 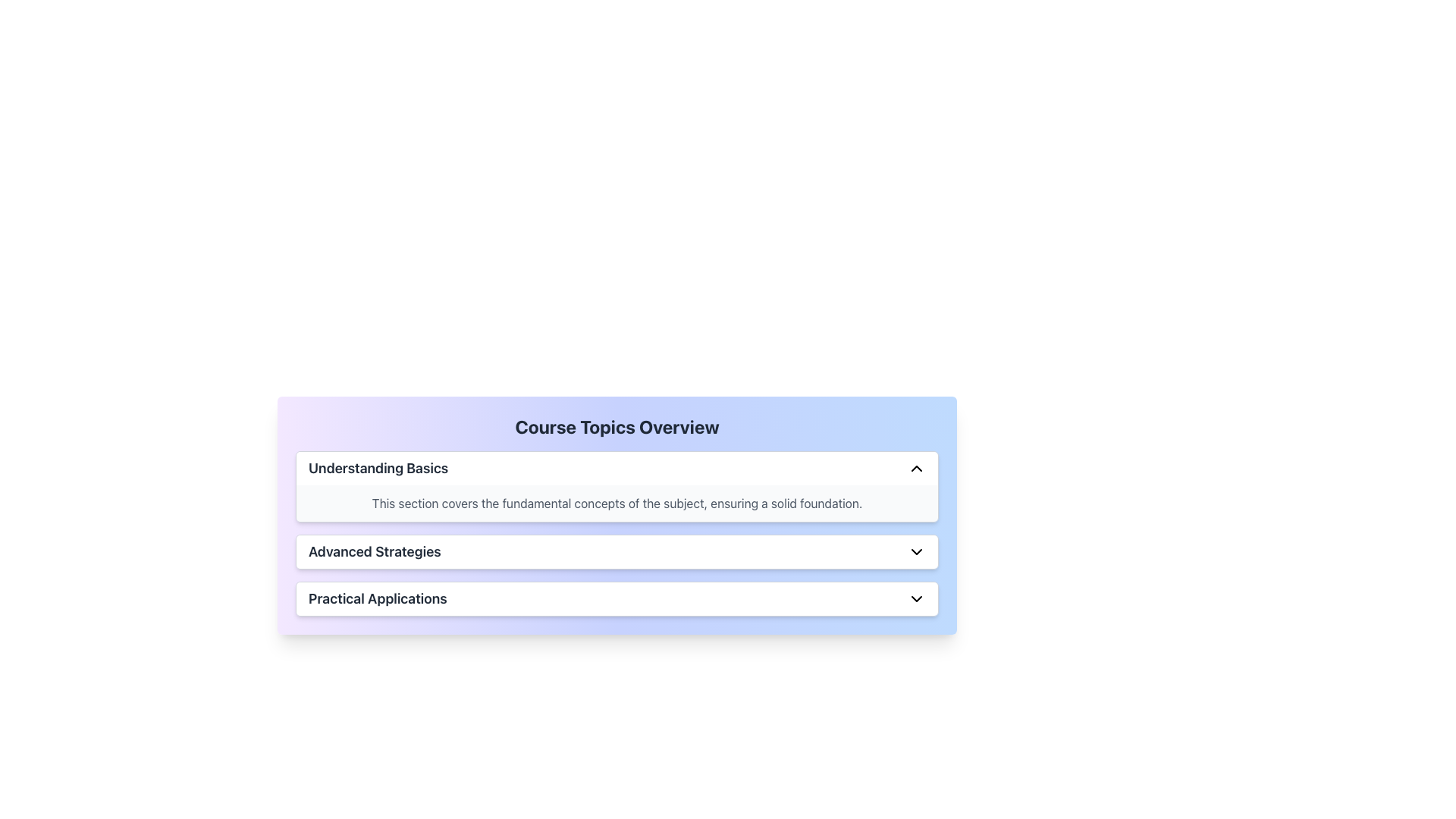 I want to click on the toggle icon for expanding or collapsing the 'Advanced Strategies' section, which is located at the far right end of the row containing the text 'Advanced Strategies', so click(x=916, y=552).